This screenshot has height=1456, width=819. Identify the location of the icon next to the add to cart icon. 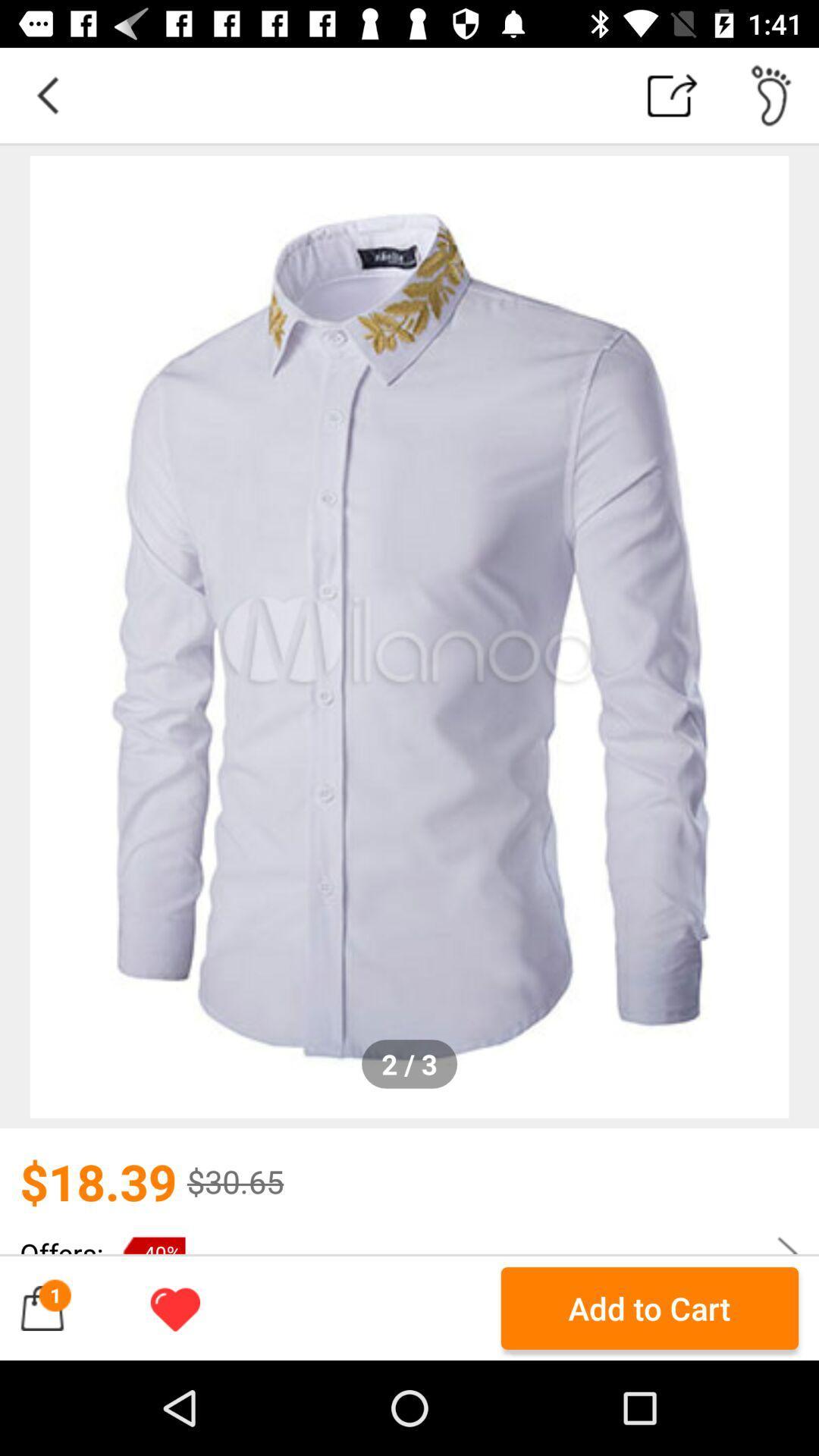
(174, 1307).